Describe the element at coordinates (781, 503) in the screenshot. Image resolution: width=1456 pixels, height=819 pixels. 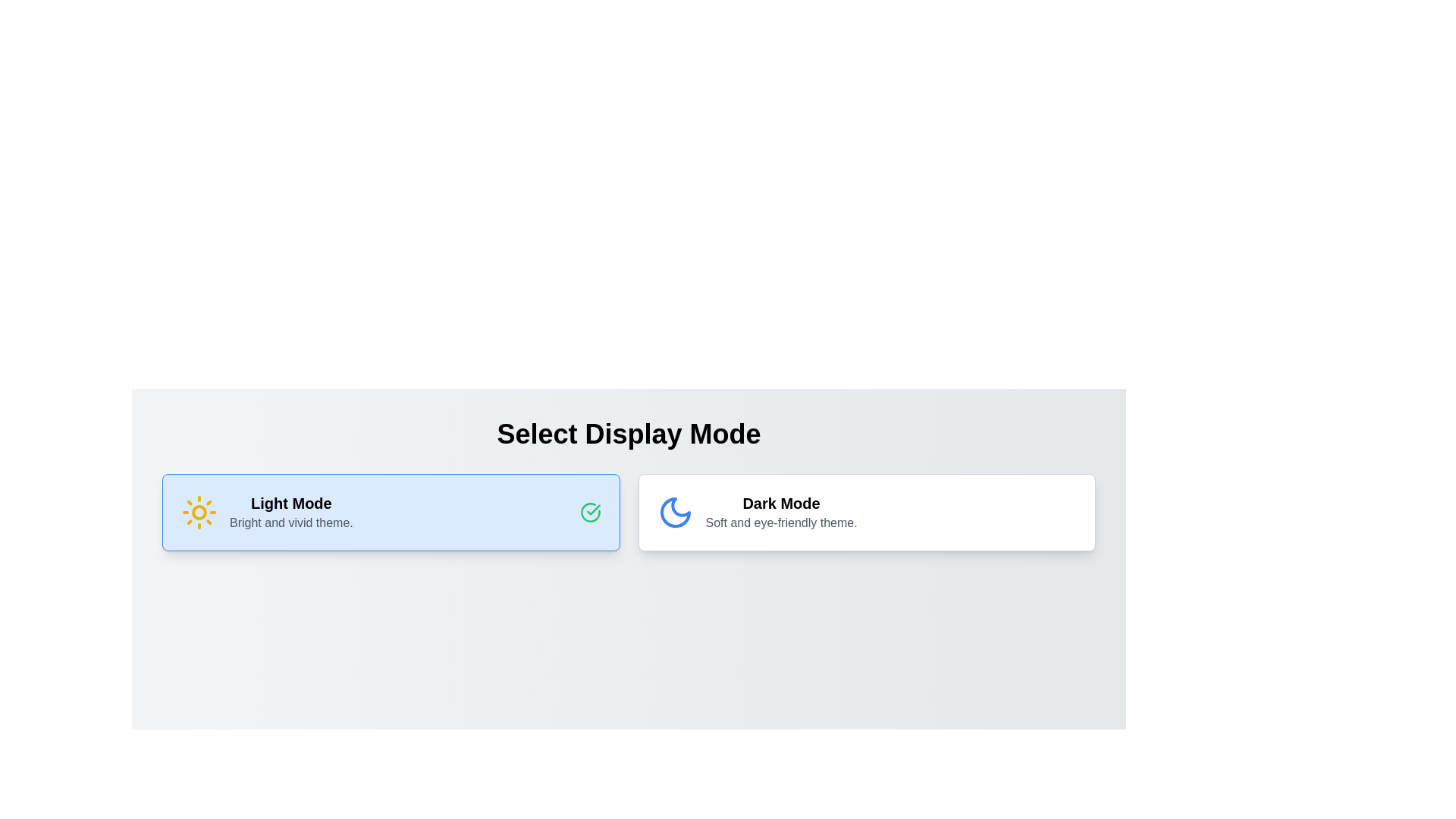
I see `the Text Label that indicates the option to select a dark mode display theme, located below the heading 'Select Display Mode' on the right half of the interface` at that location.